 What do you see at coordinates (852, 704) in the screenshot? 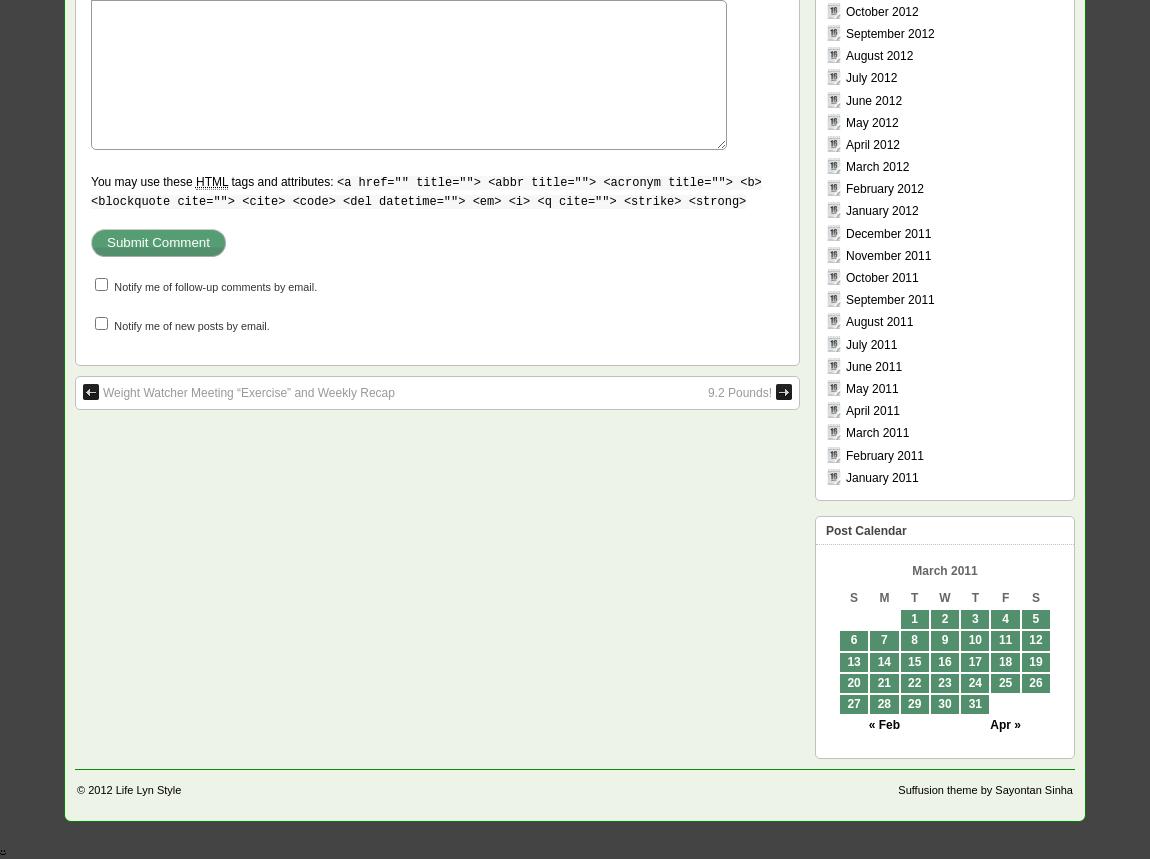
I see `'27'` at bounding box center [852, 704].